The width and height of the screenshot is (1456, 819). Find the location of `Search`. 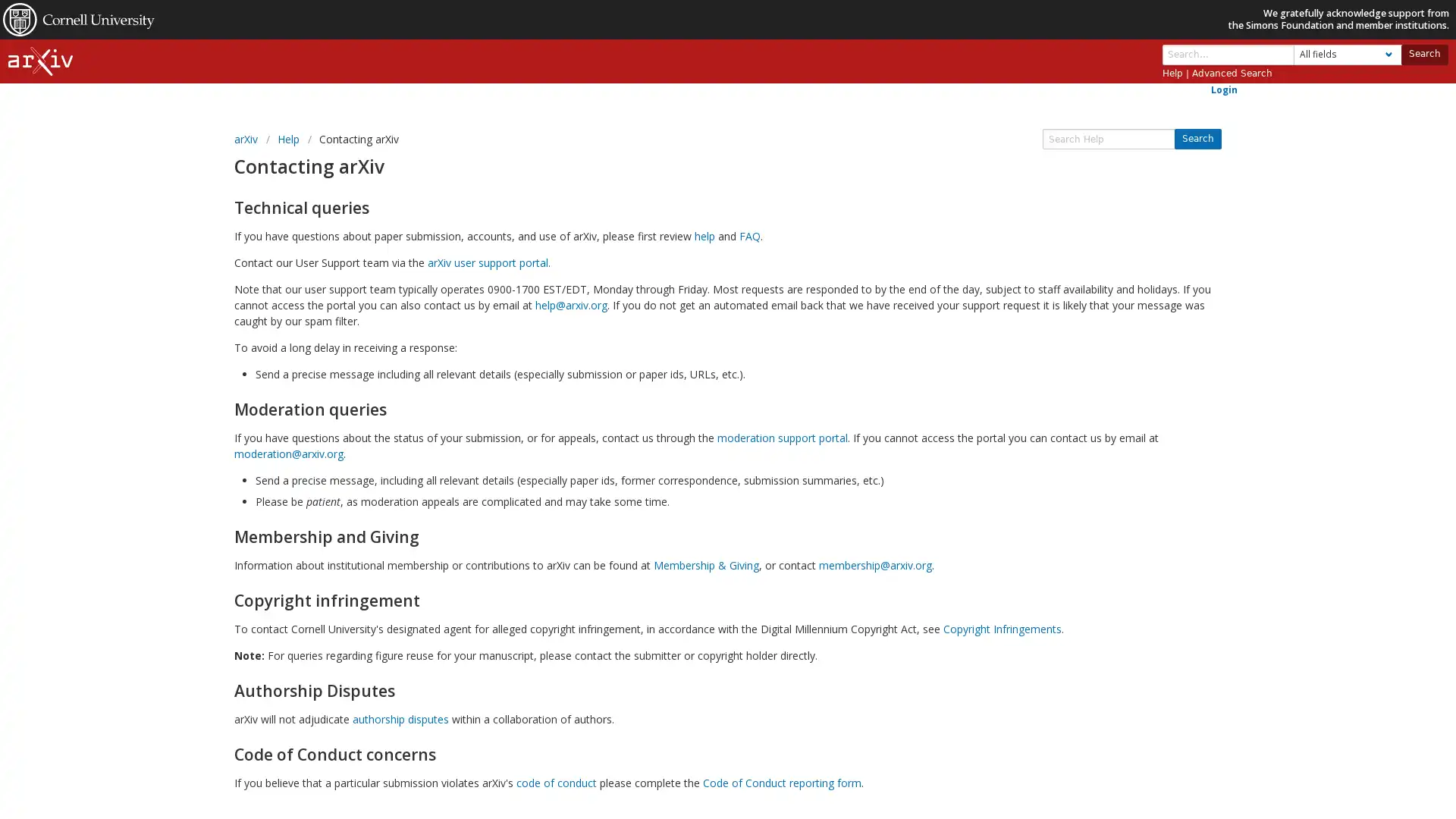

Search is located at coordinates (1423, 53).